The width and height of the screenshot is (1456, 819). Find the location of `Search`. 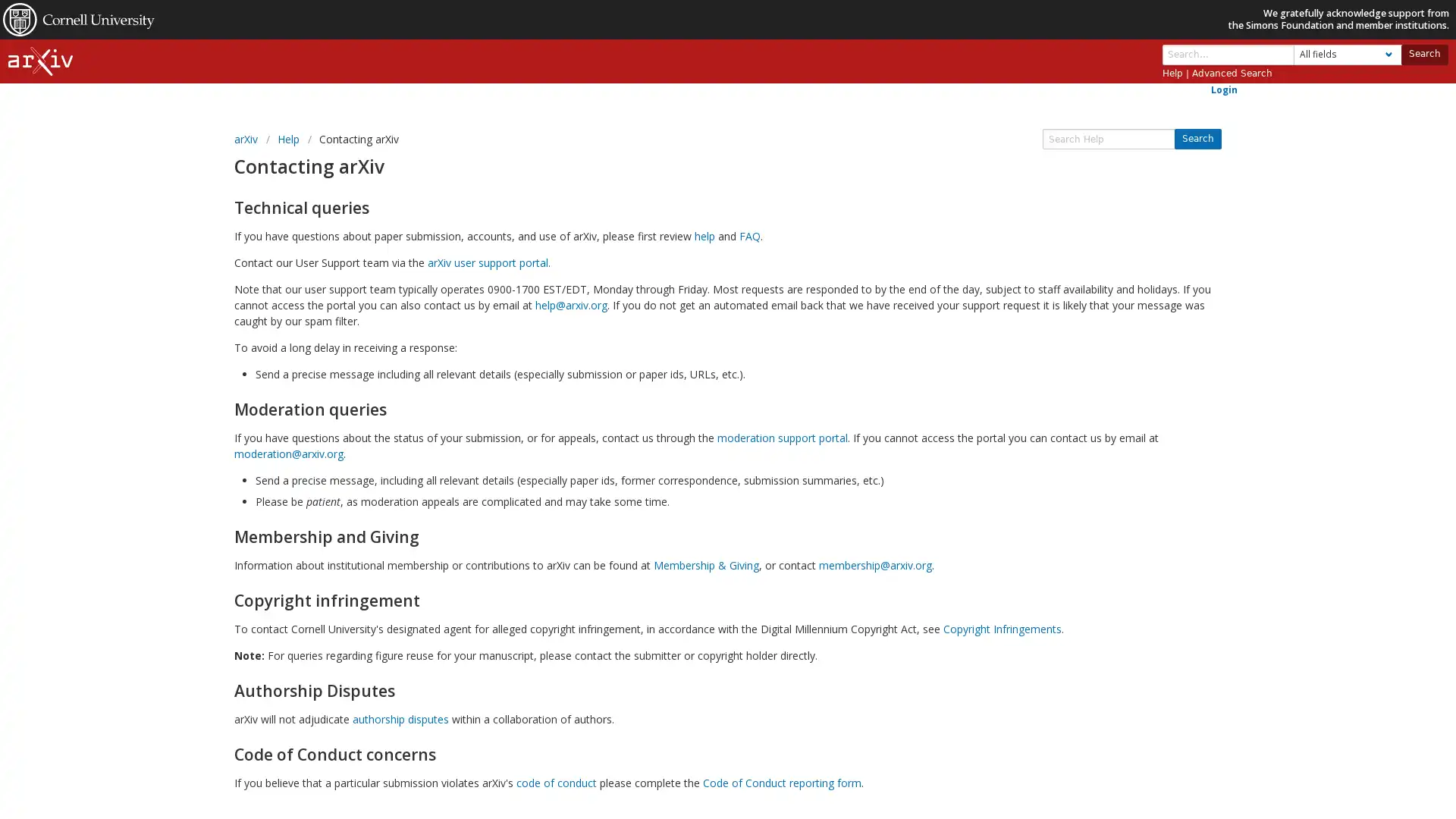

Search is located at coordinates (1423, 53).